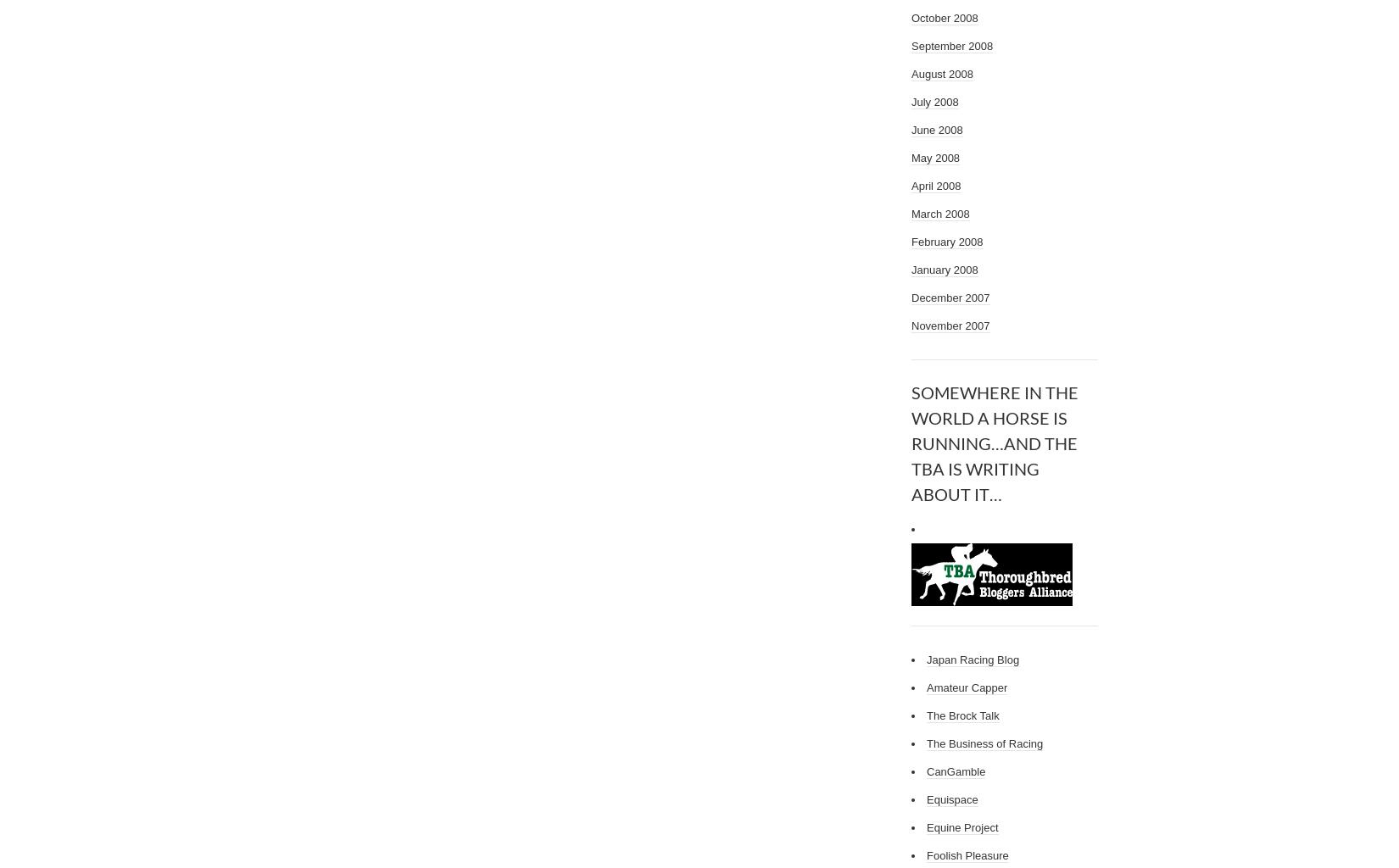  Describe the element at coordinates (947, 242) in the screenshot. I see `'February 2008'` at that location.